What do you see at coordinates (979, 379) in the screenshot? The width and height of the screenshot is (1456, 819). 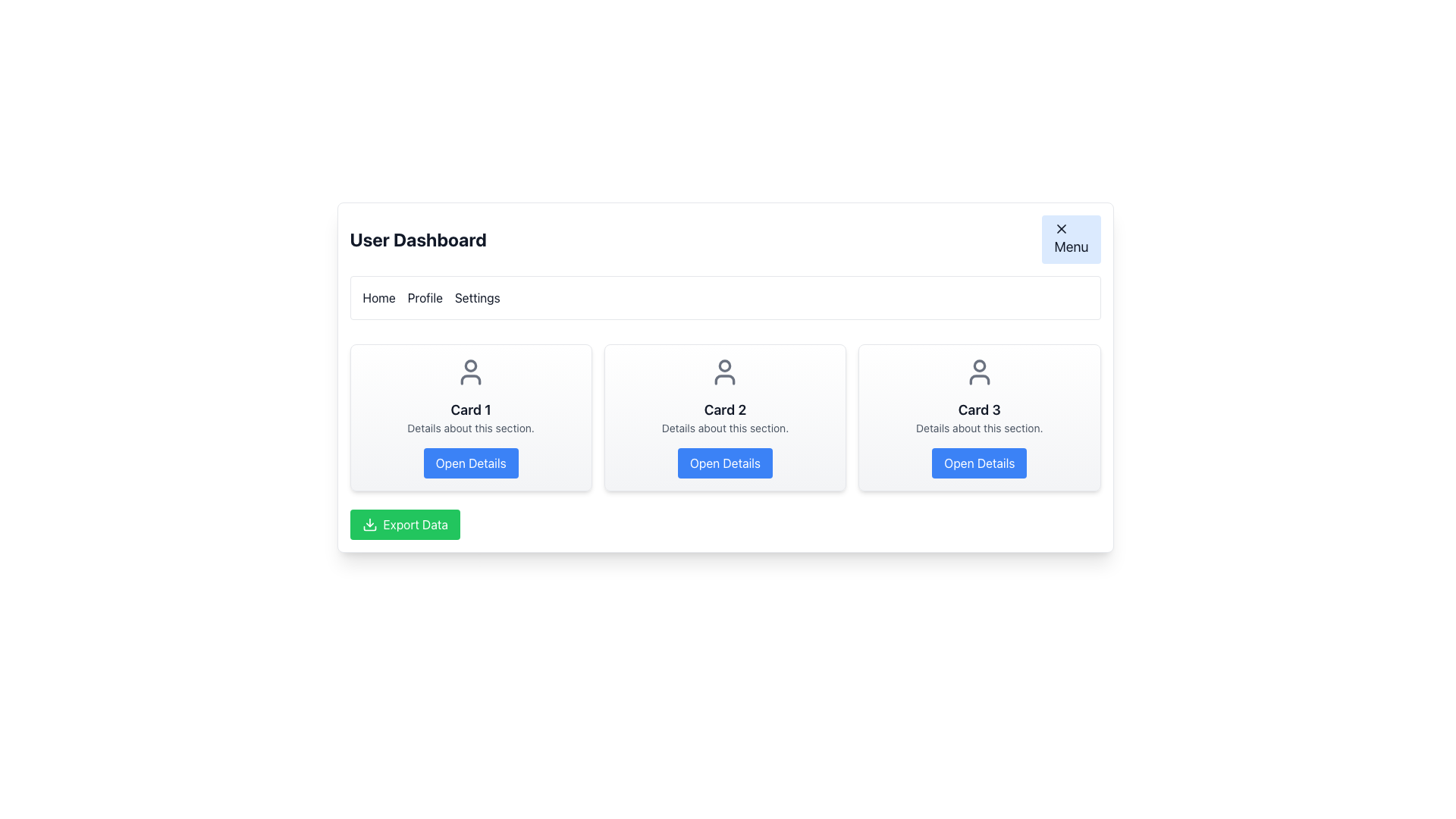 I see `the lower part of the user icon located in the third card of a three-card layout` at bounding box center [979, 379].